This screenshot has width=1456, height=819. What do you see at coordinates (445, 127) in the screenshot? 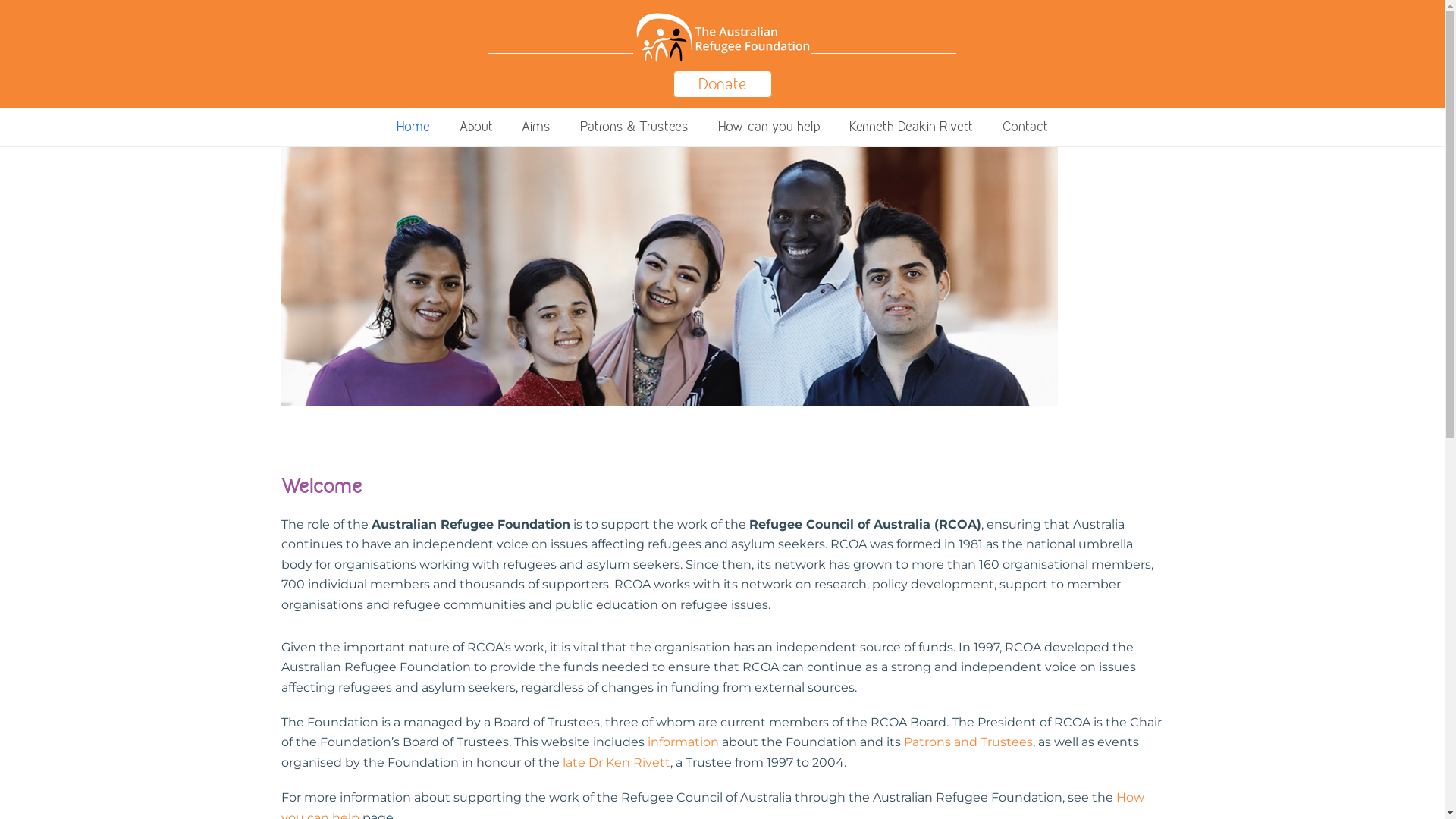
I see `'About'` at bounding box center [445, 127].